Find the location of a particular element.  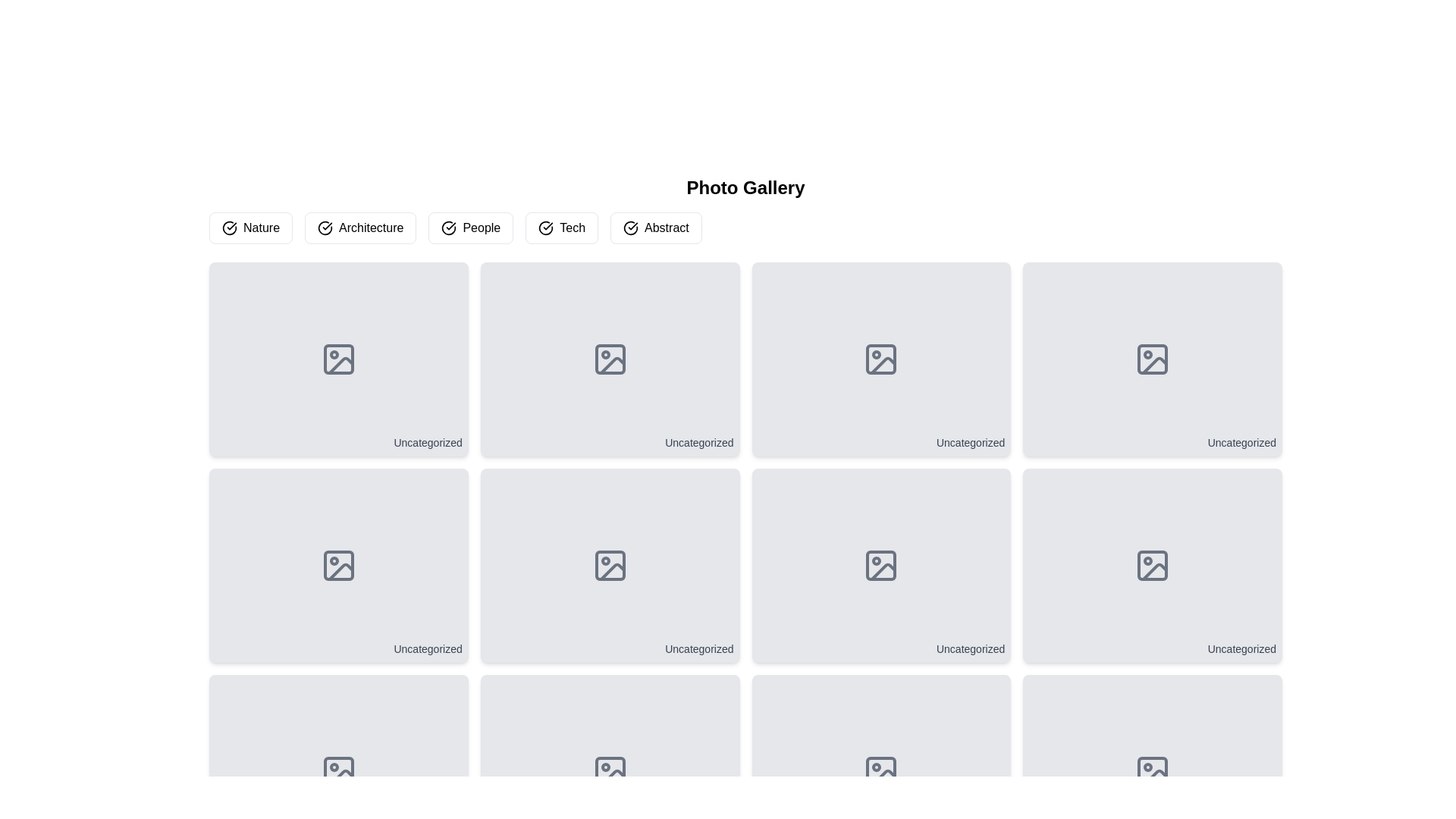

the picture frame icon with a gray outline and sun and mountain design, located centrally within the gray background card in the bottom row of the grid layout is located at coordinates (881, 772).